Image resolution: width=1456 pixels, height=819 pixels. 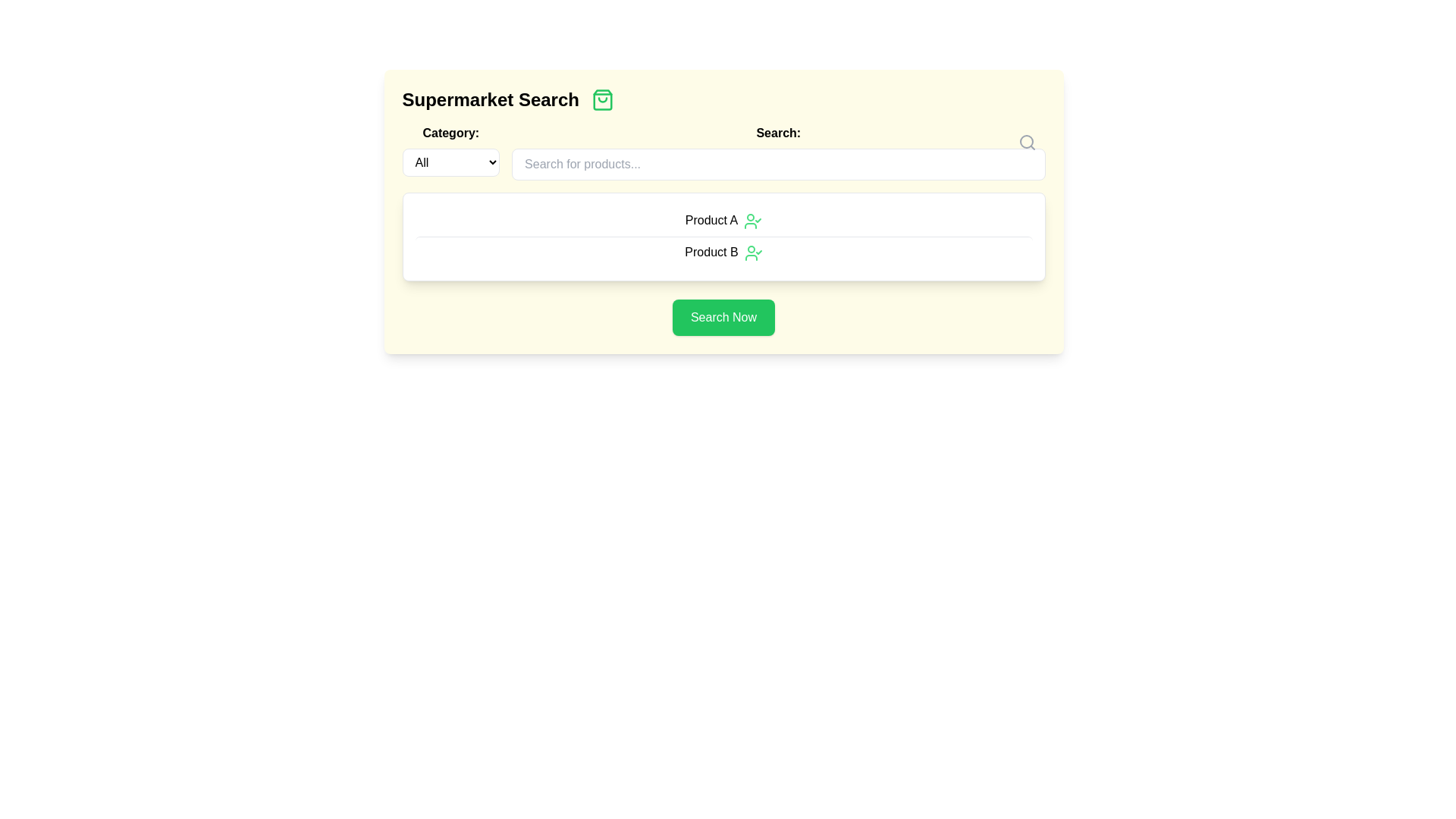 What do you see at coordinates (1027, 143) in the screenshot?
I see `the informational search icon located in the top-right corner of the search input field labeled 'Search:' to receive additional visual feedback` at bounding box center [1027, 143].